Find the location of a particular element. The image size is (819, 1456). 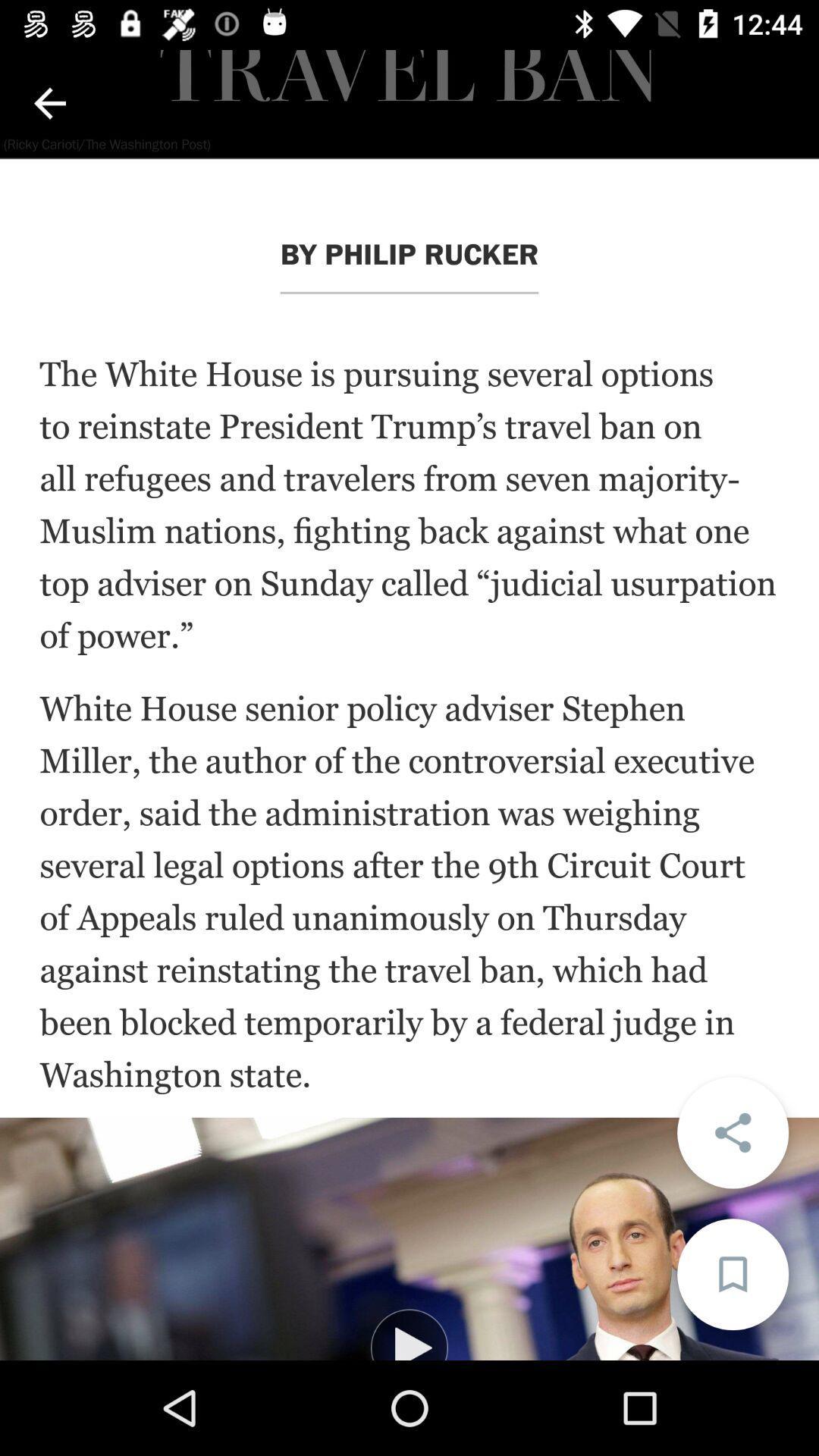

previous page is located at coordinates (49, 102).